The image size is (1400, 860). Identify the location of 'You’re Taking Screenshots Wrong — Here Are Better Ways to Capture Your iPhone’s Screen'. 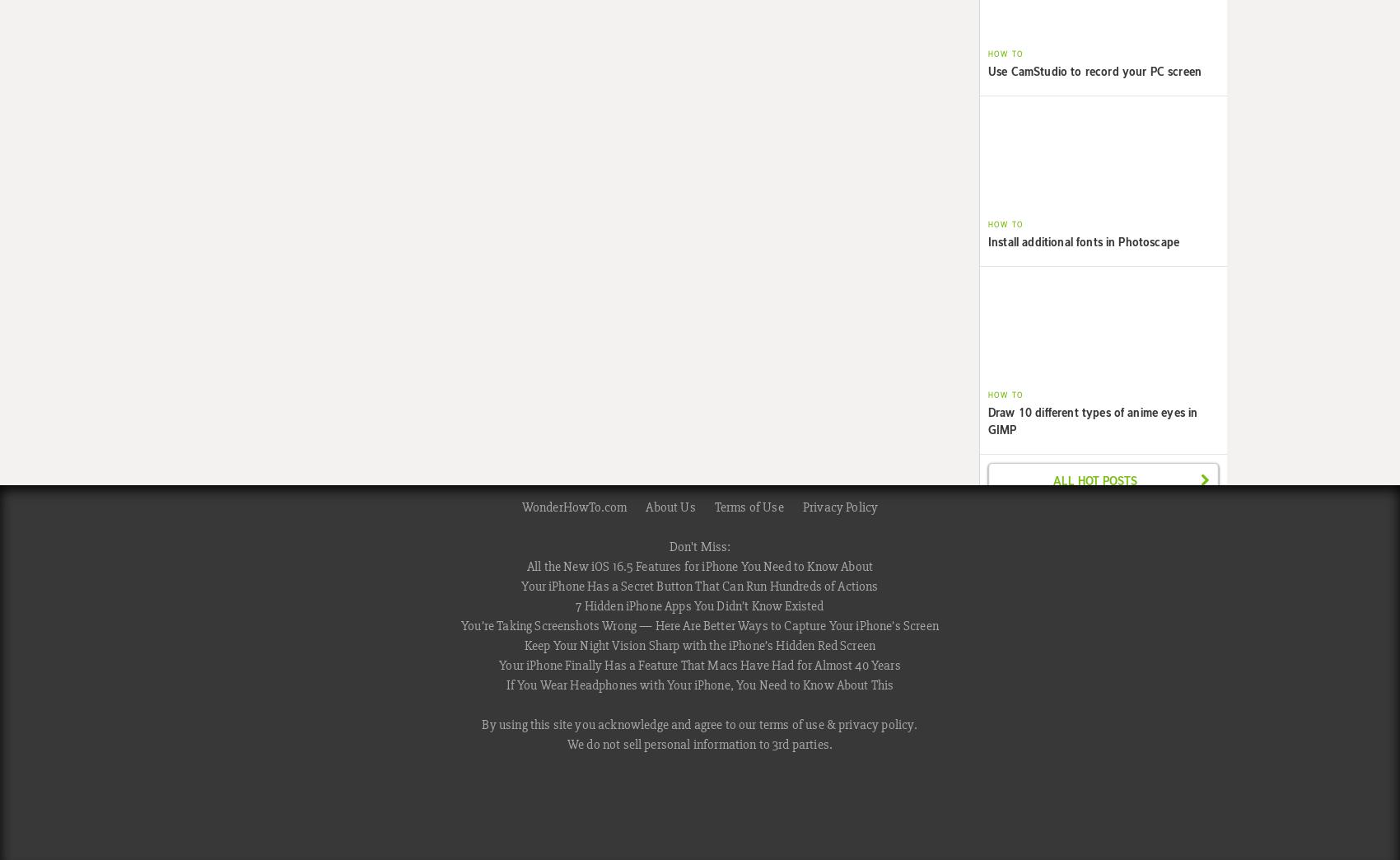
(698, 626).